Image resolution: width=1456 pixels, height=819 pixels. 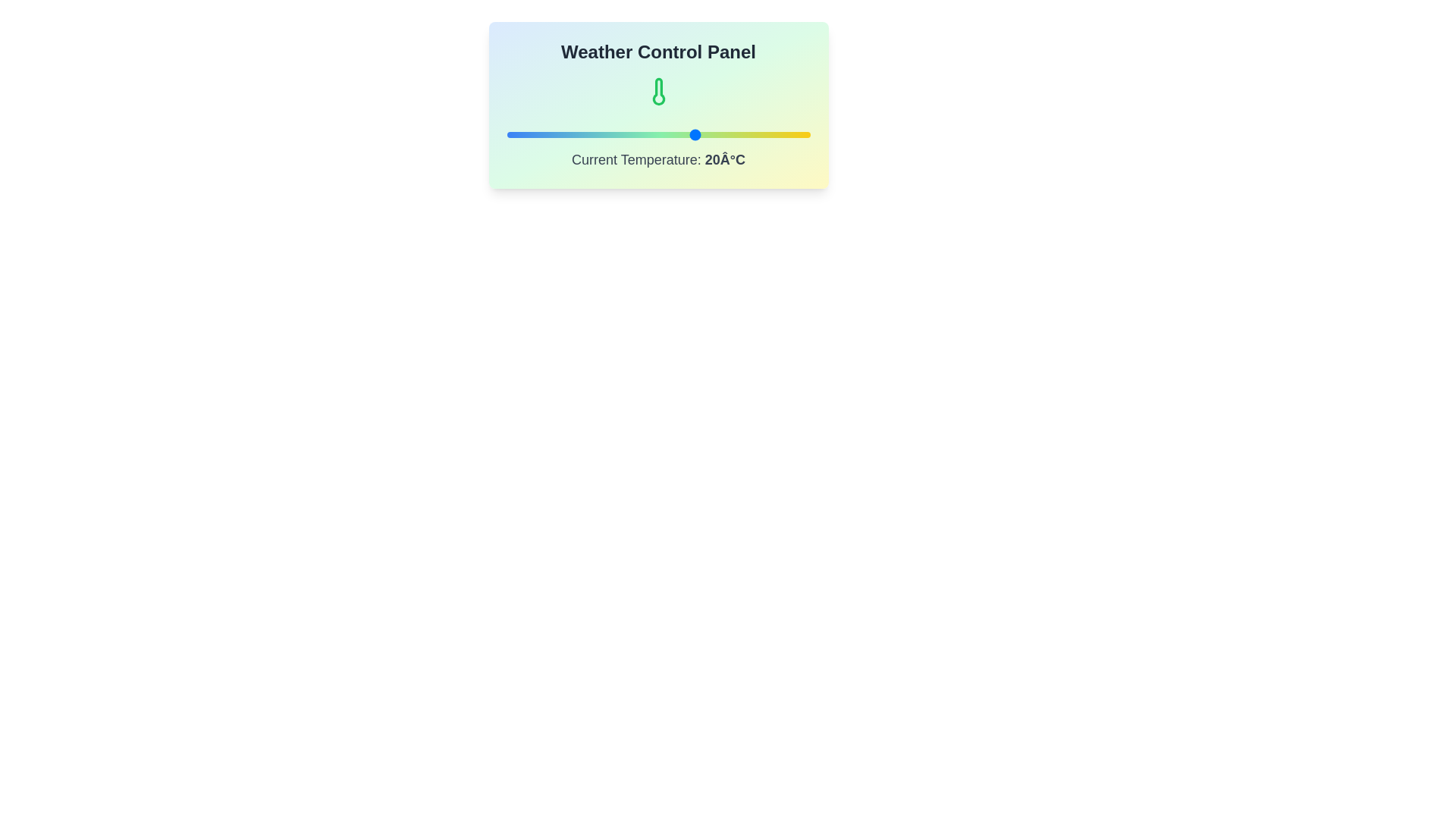 What do you see at coordinates (695, 133) in the screenshot?
I see `the temperature to 20°C using the slider` at bounding box center [695, 133].